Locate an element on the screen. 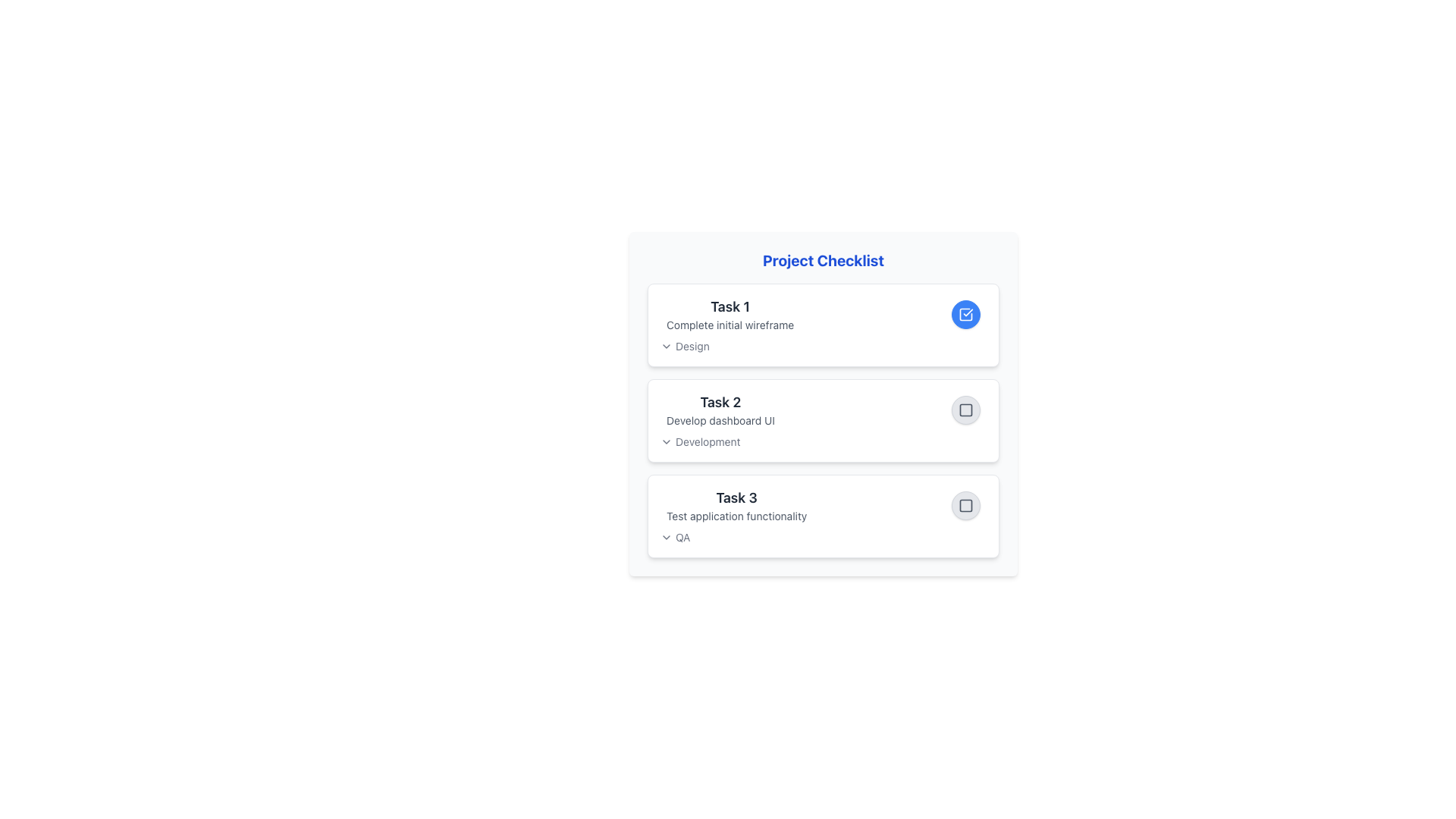 The width and height of the screenshot is (1456, 819). the List item with checkbox labeled 'Task 3' is located at coordinates (822, 506).